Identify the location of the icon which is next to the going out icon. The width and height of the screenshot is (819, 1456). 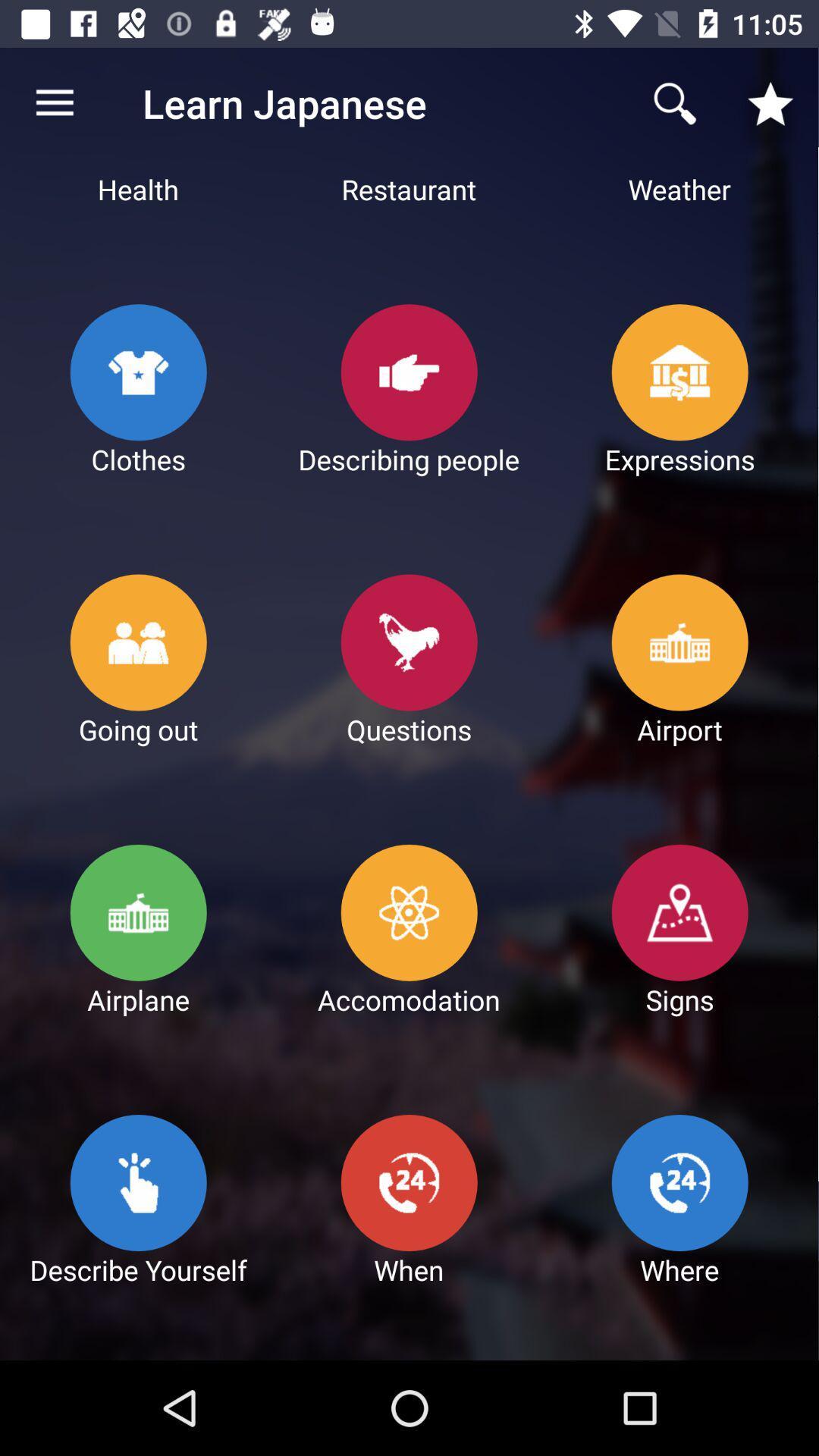
(409, 643).